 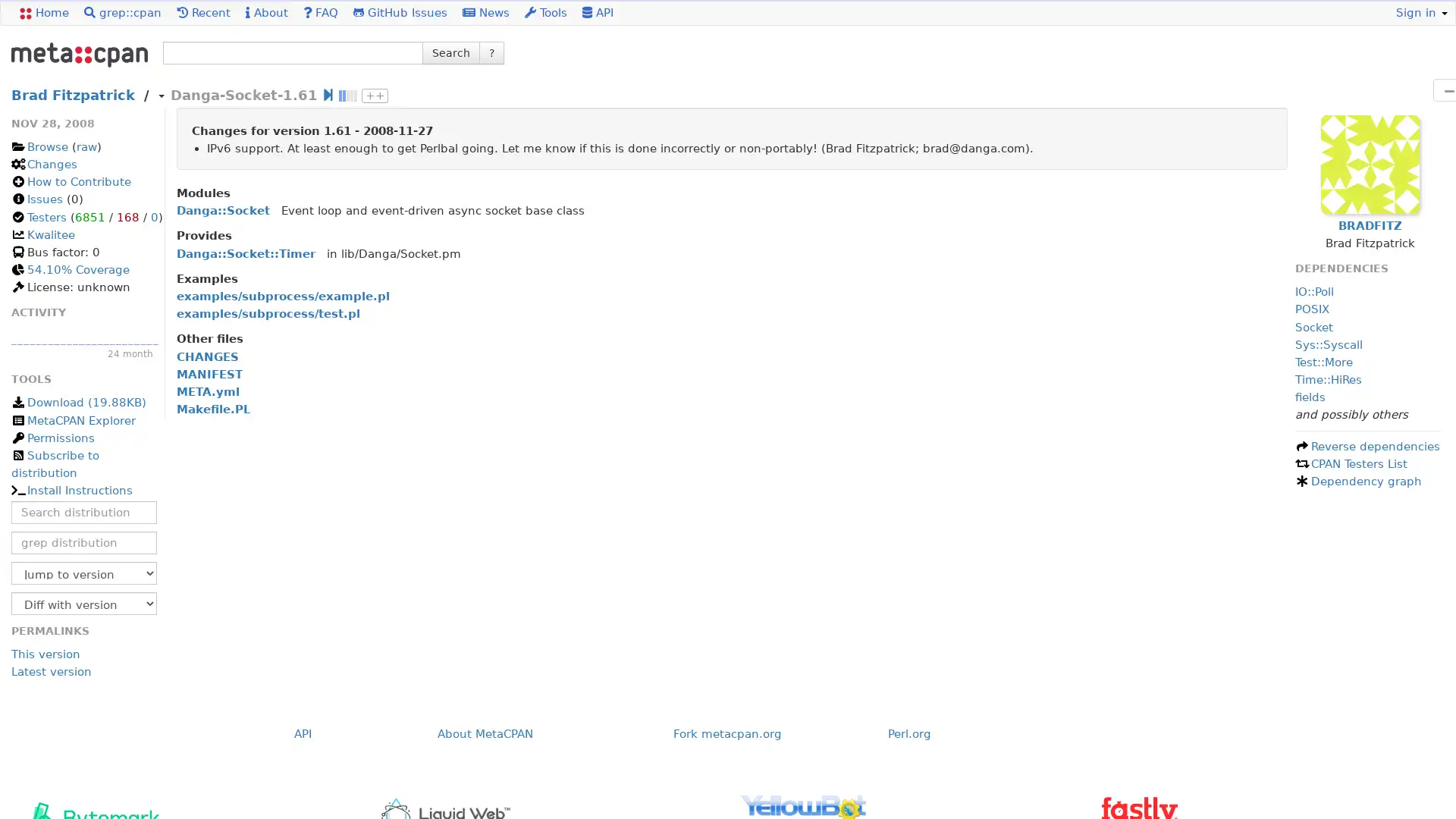 What do you see at coordinates (491, 52) in the screenshot?
I see `?` at bounding box center [491, 52].